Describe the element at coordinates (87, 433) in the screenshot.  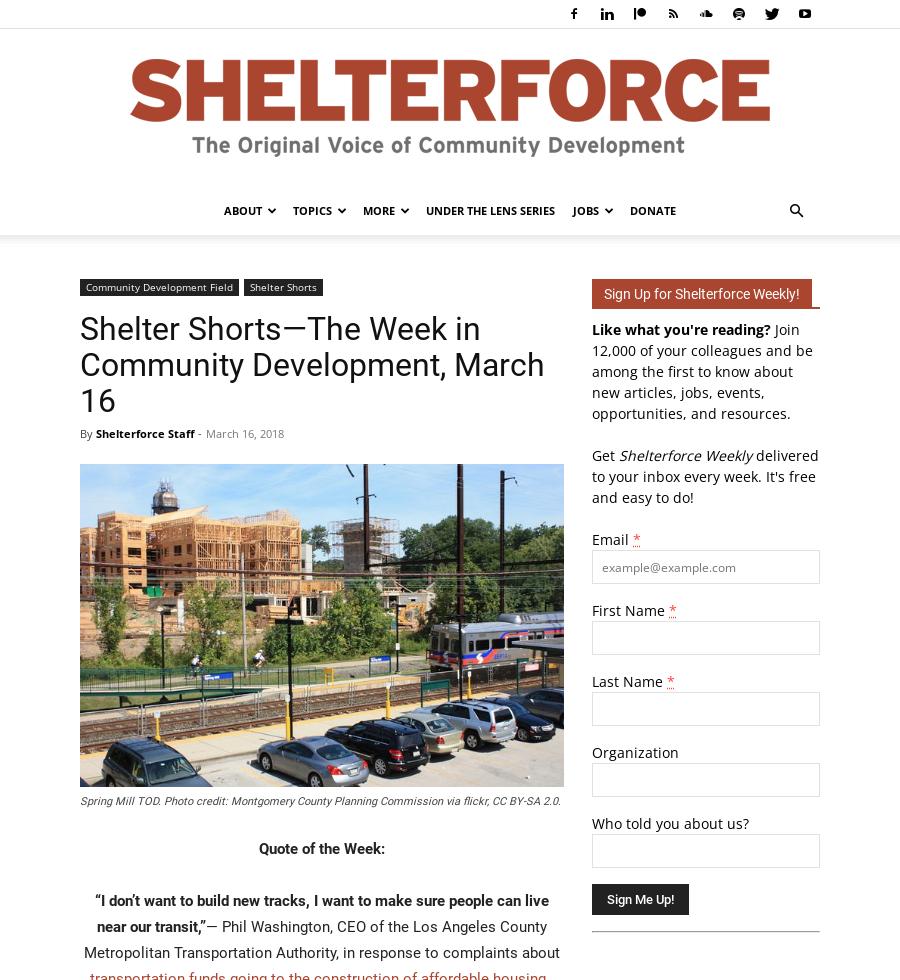
I see `'By'` at that location.